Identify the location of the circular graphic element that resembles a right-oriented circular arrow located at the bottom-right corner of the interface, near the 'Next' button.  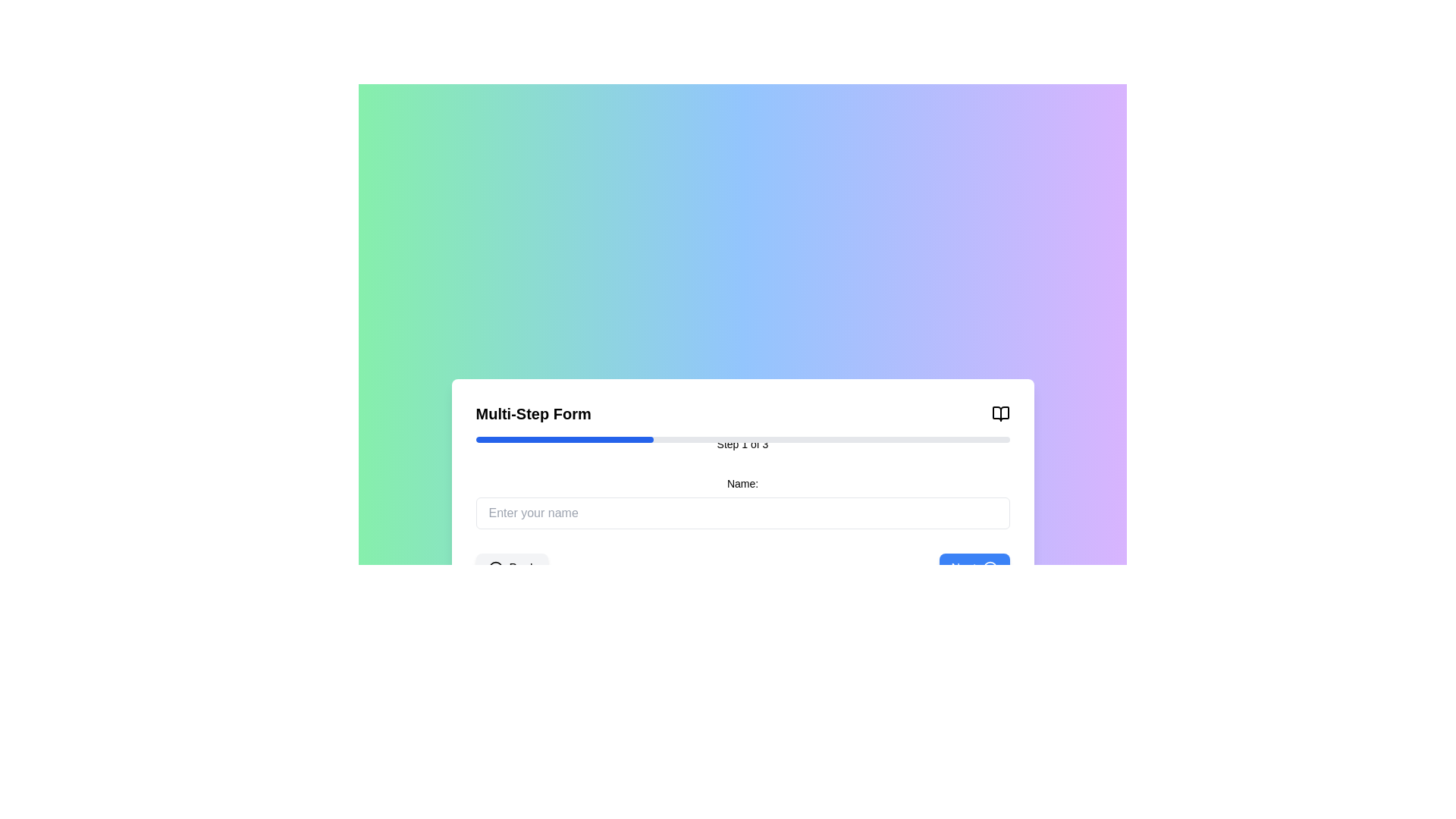
(990, 568).